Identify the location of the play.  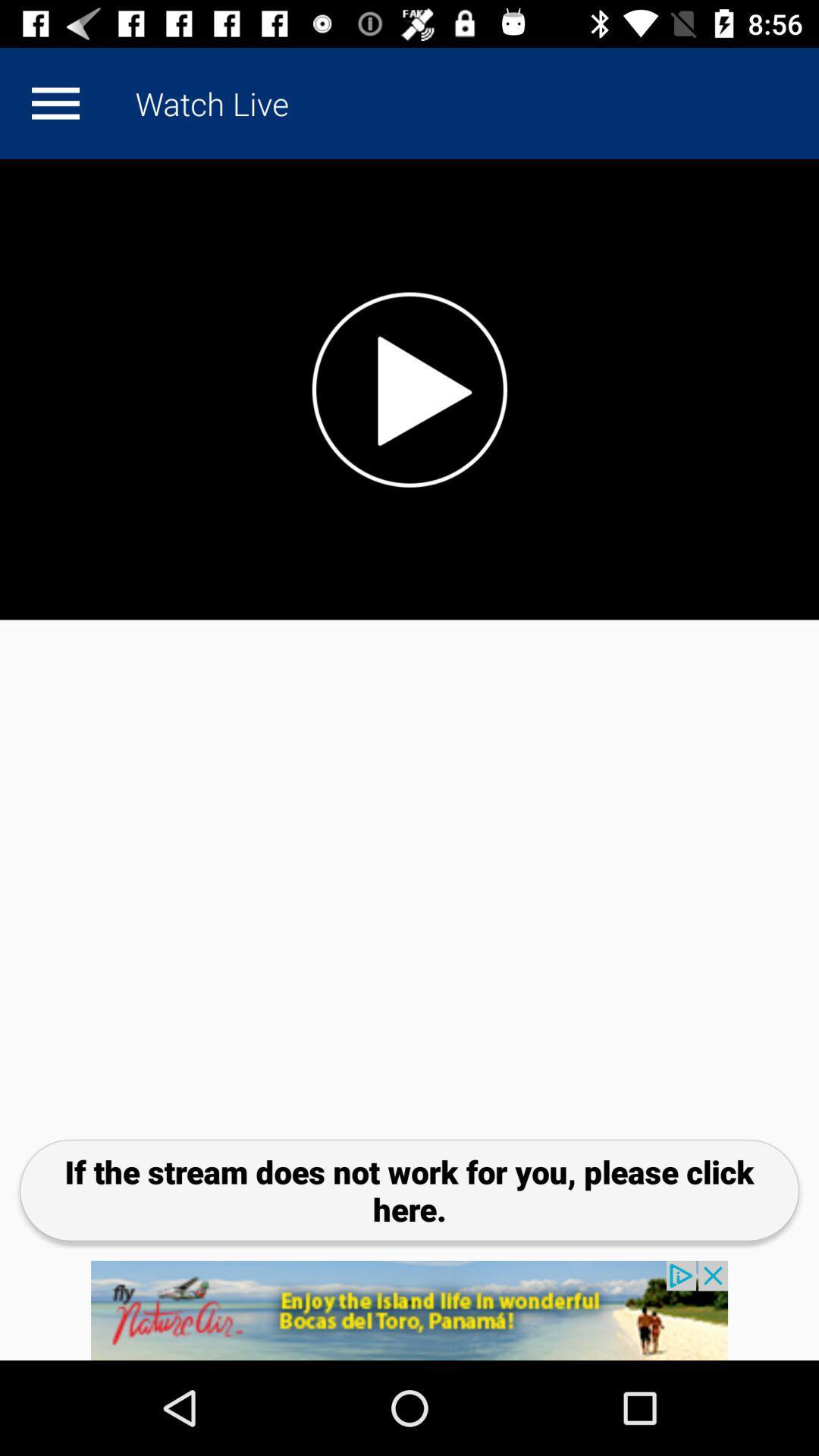
(409, 389).